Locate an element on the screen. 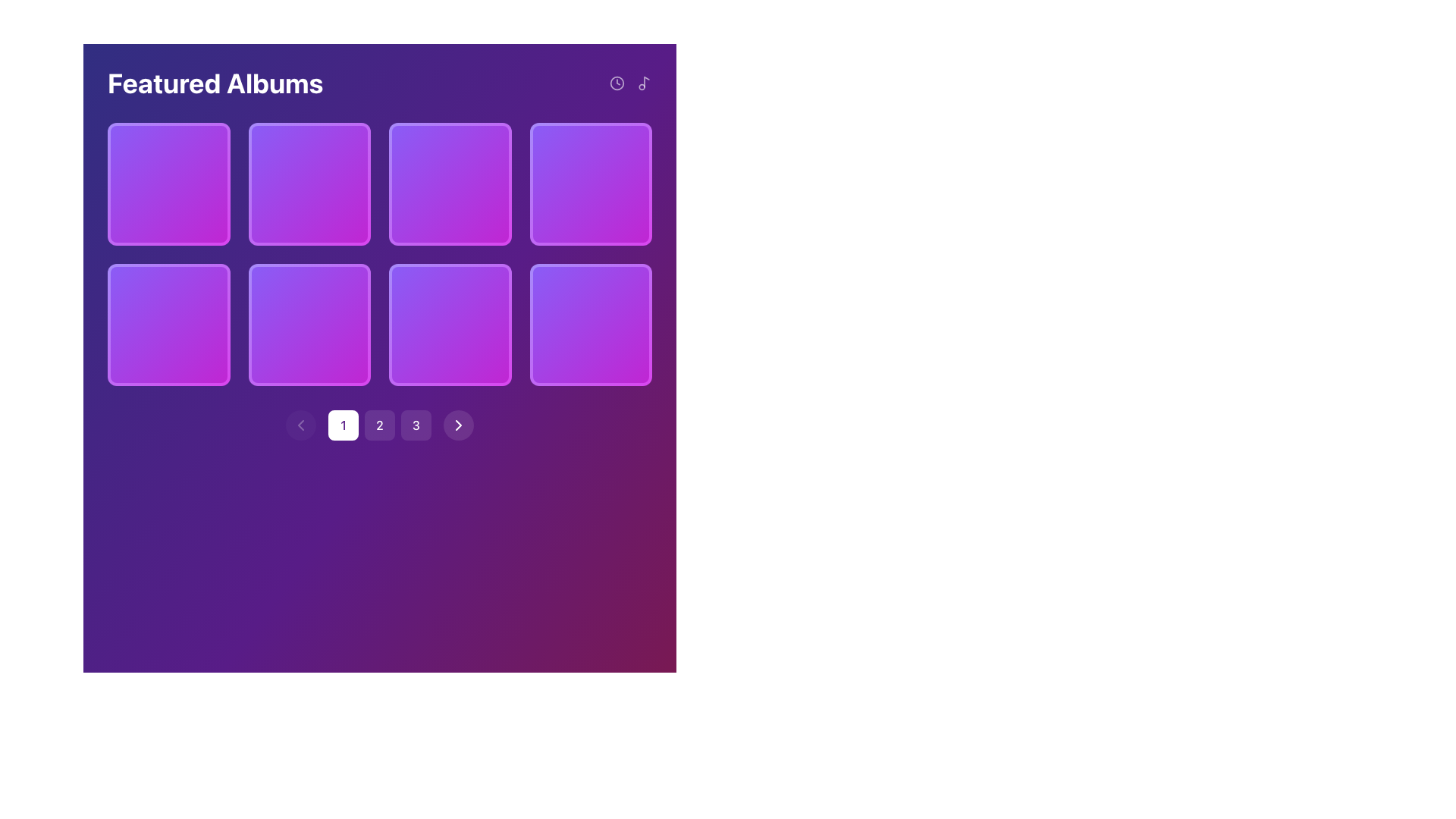 This screenshot has width=1456, height=819. the clickable interactive album card located in the second row and third column of a 3x4 grid layout is located at coordinates (590, 324).